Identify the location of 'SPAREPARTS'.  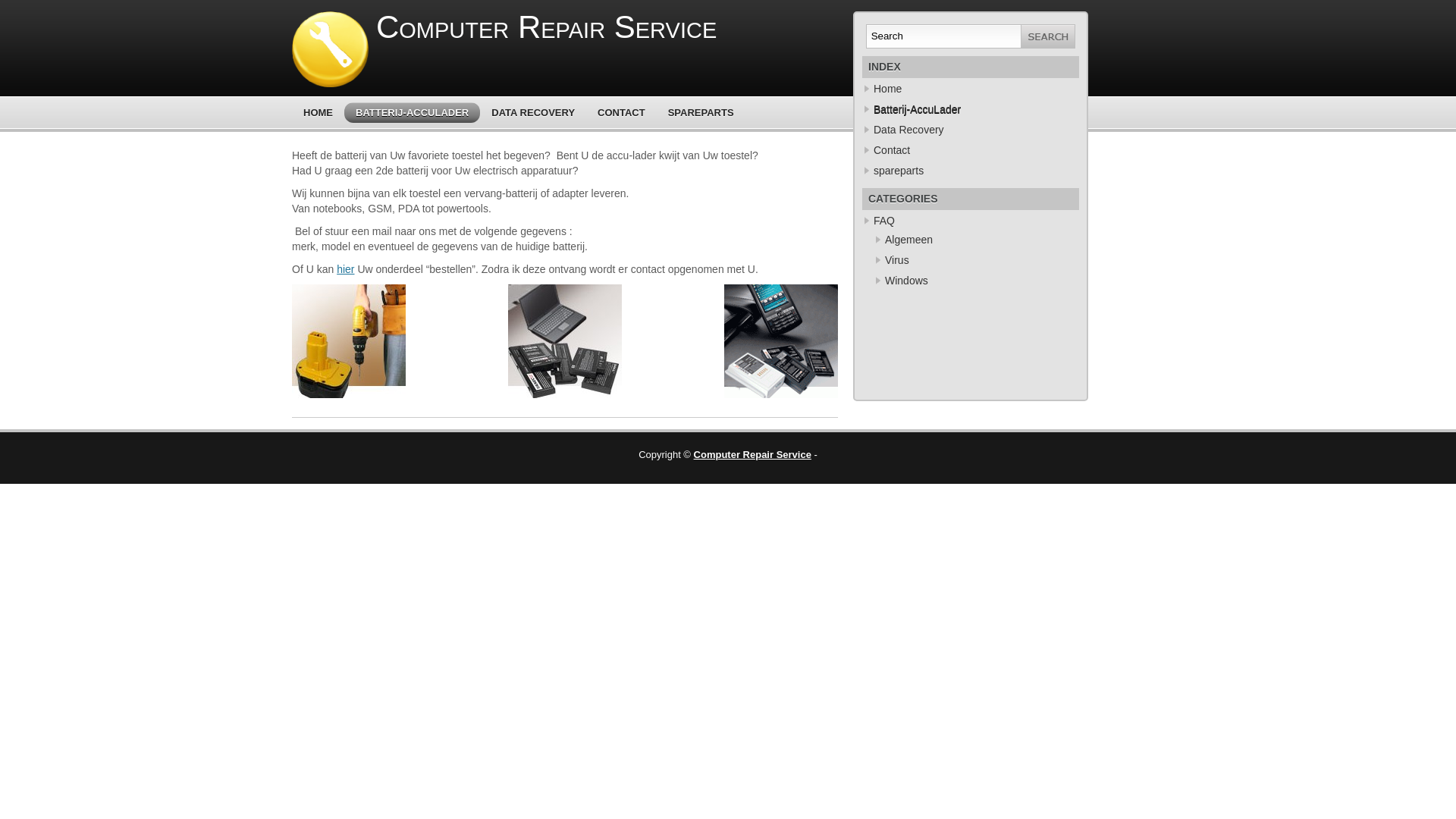
(700, 111).